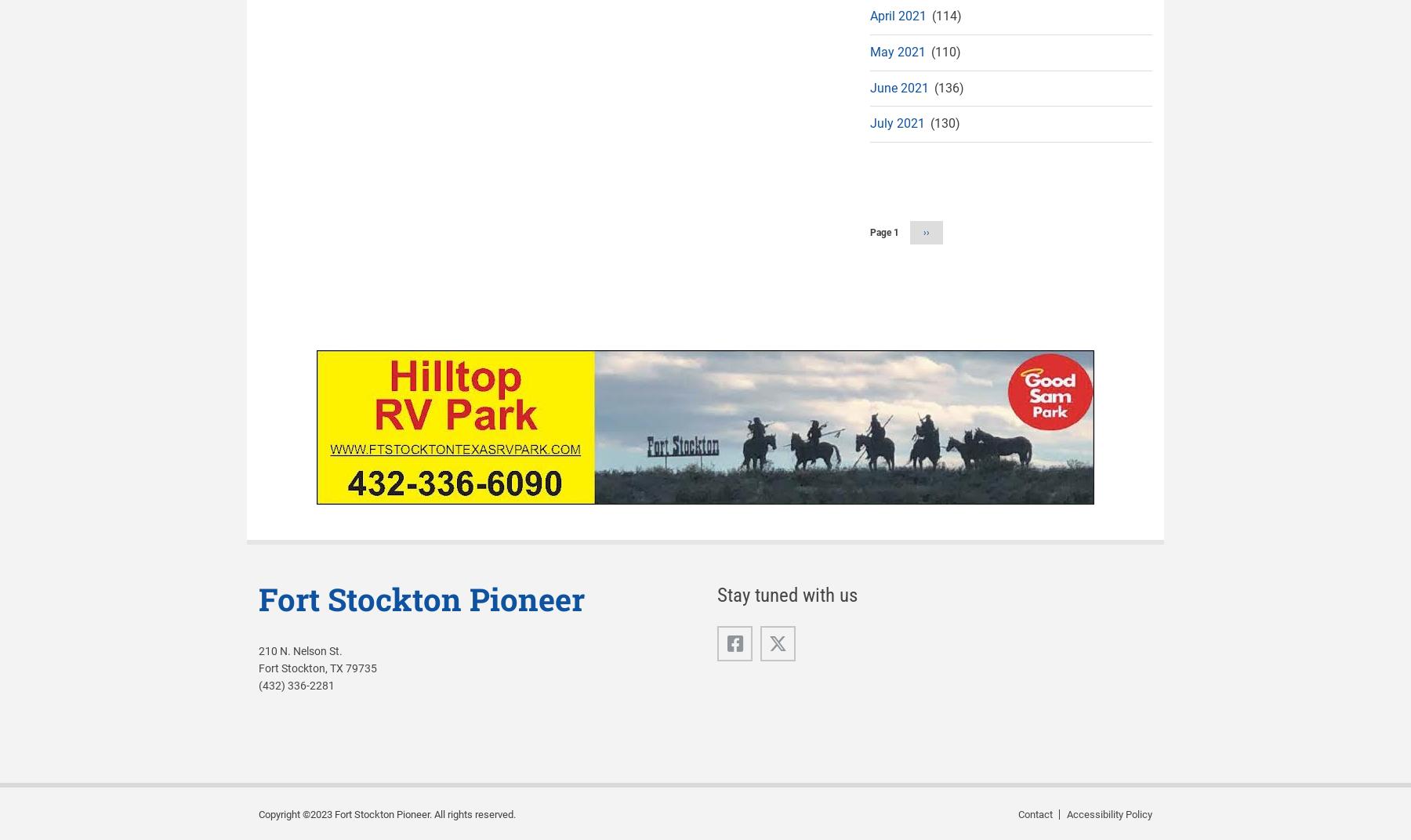 This screenshot has height=840, width=1411. What do you see at coordinates (883, 232) in the screenshot?
I see `'Page 1'` at bounding box center [883, 232].